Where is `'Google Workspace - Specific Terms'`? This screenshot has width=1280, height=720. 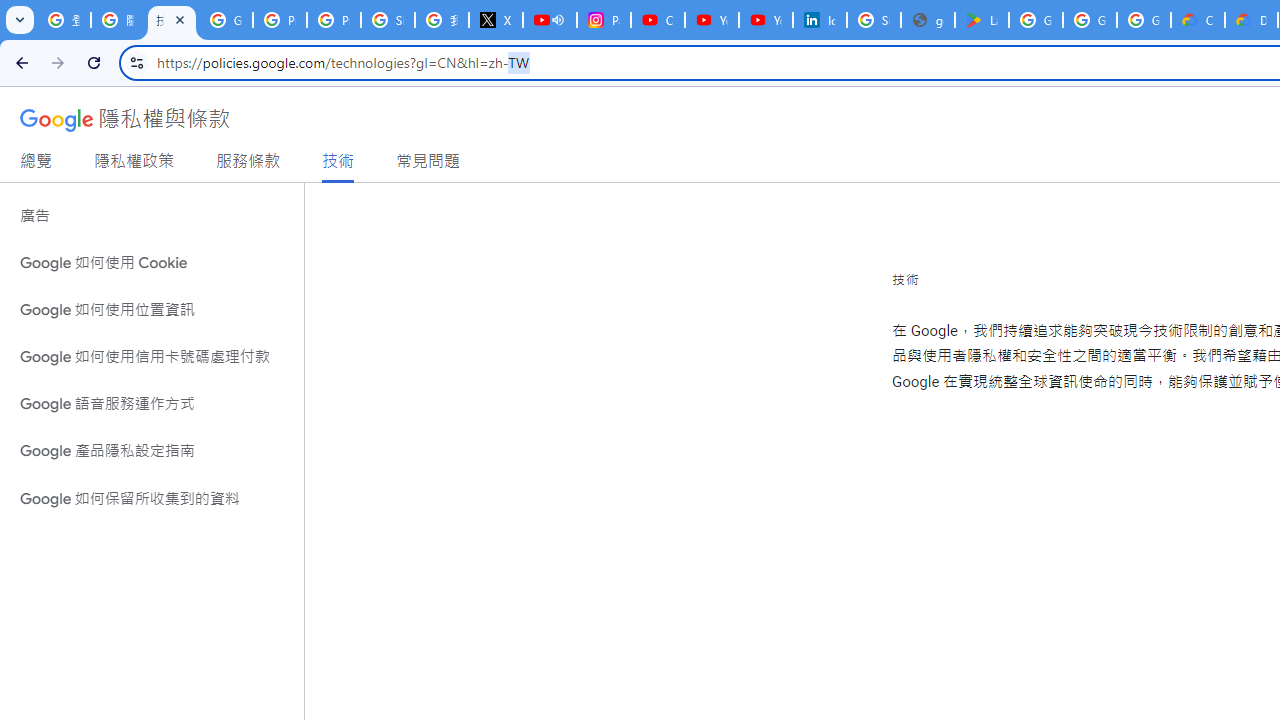 'Google Workspace - Specific Terms' is located at coordinates (1088, 20).